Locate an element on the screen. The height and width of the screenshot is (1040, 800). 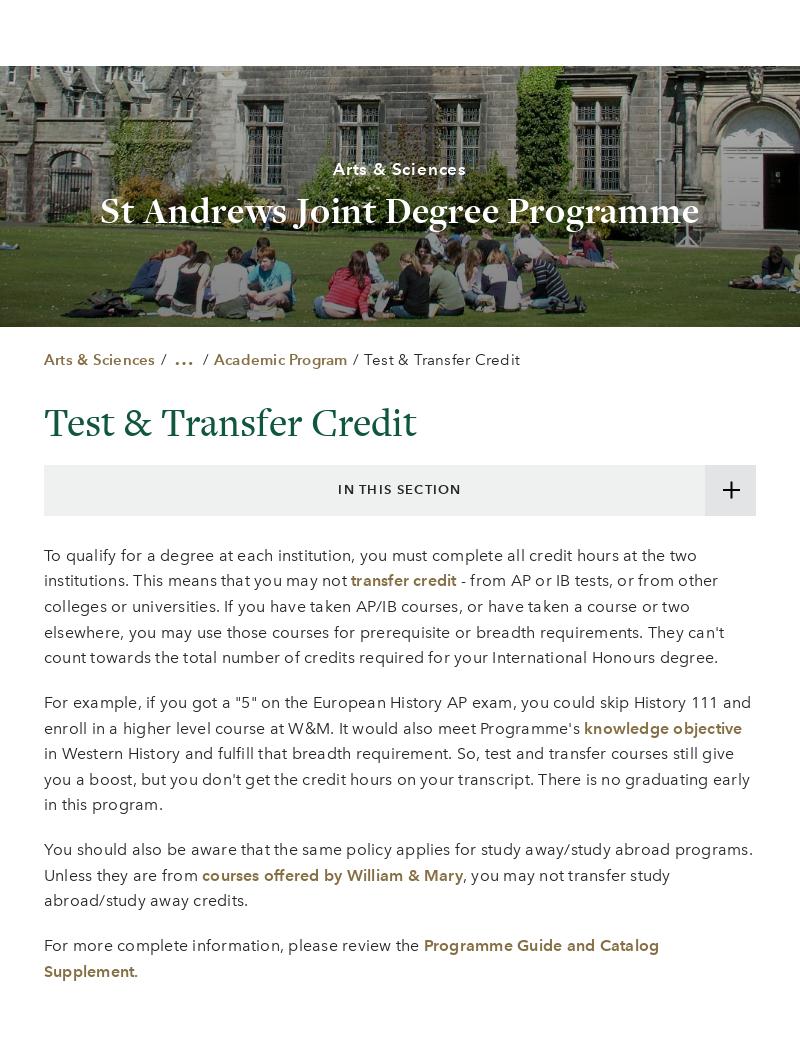
'William & Mary Blogs' is located at coordinates (398, 748).